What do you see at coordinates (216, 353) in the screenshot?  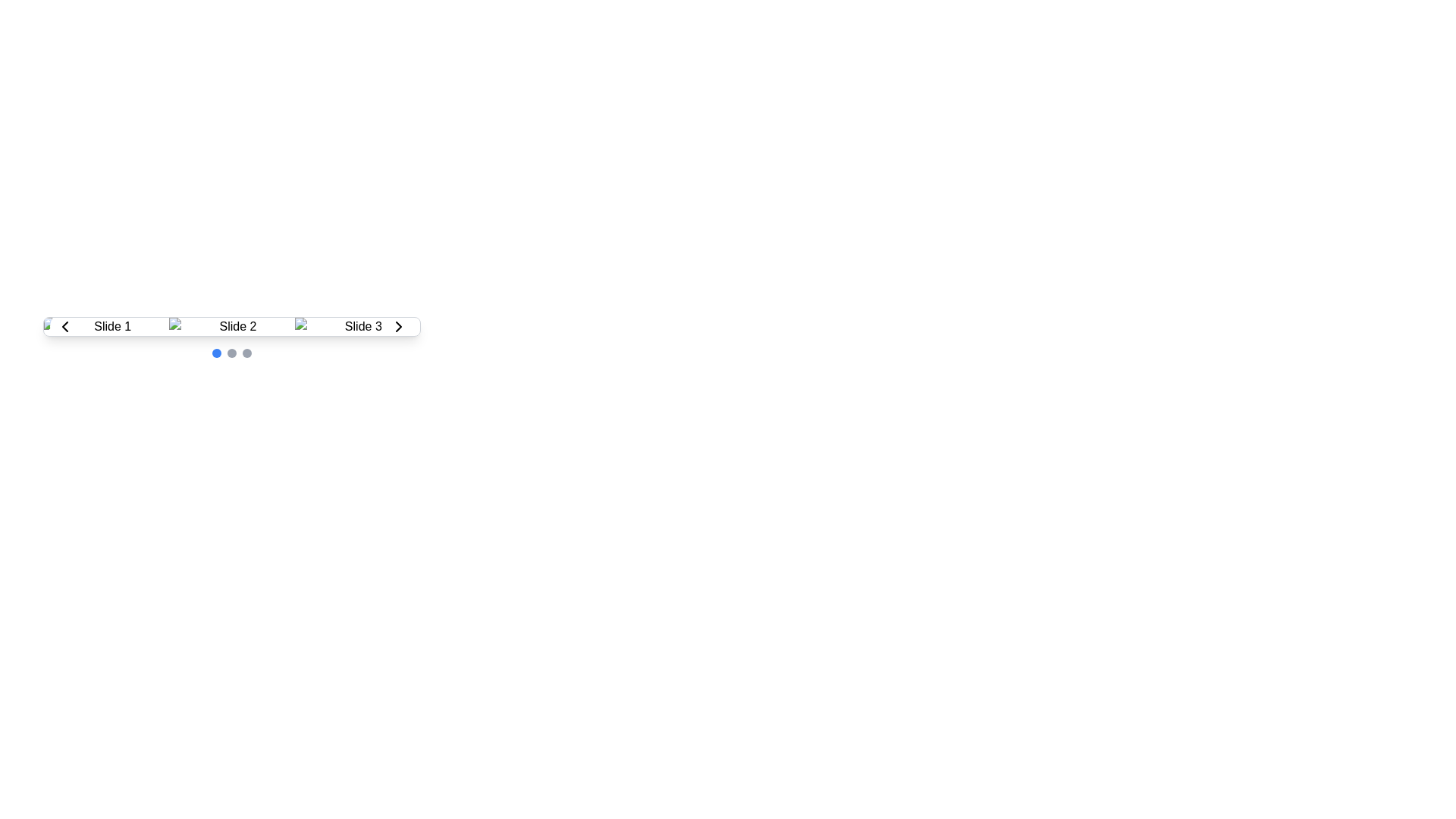 I see `the state of the active blue indicator circle, which is the first in a group of three circles beneath the carousel` at bounding box center [216, 353].